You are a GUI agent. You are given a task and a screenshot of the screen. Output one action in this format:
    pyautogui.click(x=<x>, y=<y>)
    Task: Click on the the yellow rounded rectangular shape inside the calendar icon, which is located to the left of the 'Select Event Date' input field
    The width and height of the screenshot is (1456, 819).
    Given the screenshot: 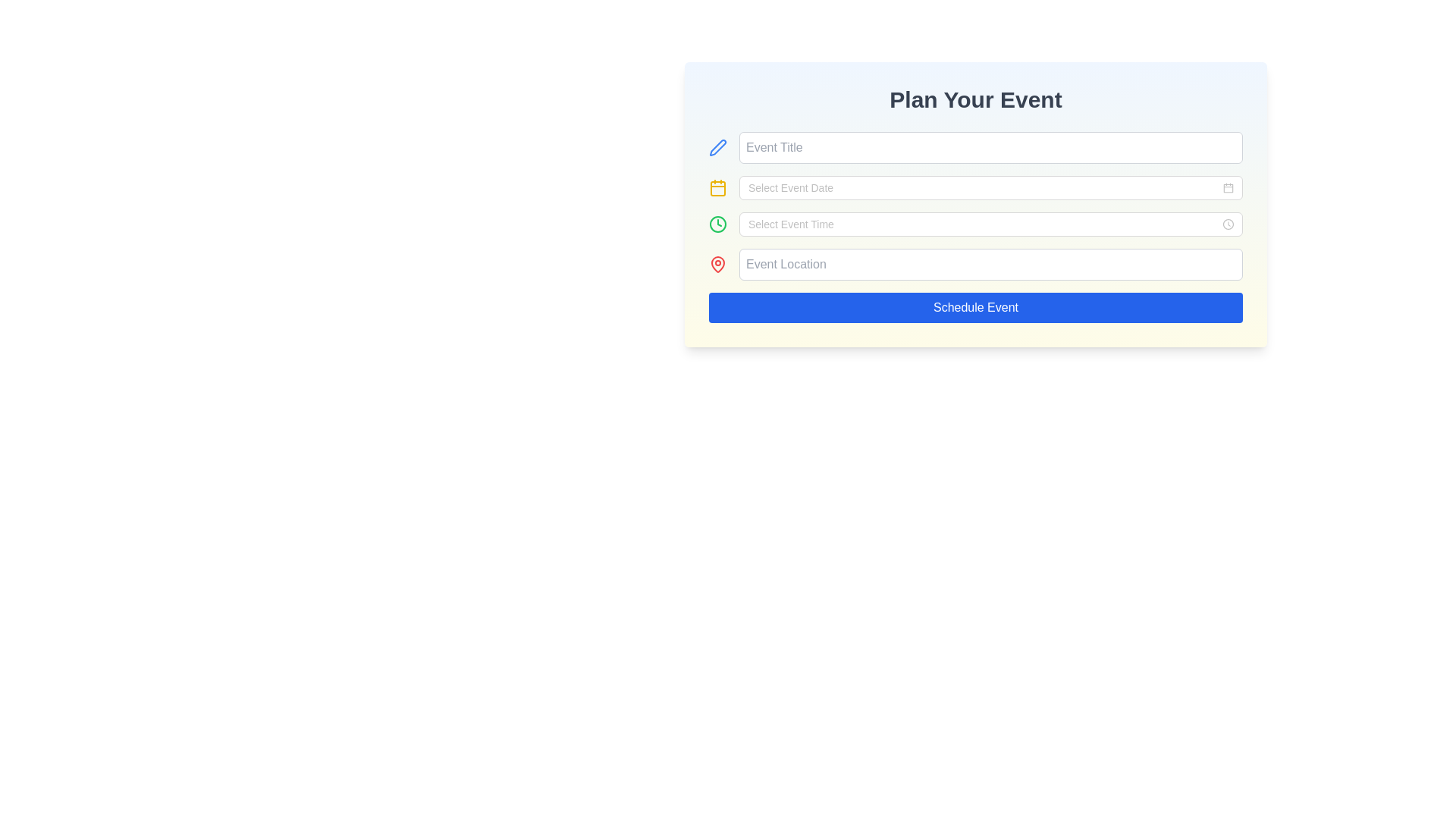 What is the action you would take?
    pyautogui.click(x=717, y=188)
    